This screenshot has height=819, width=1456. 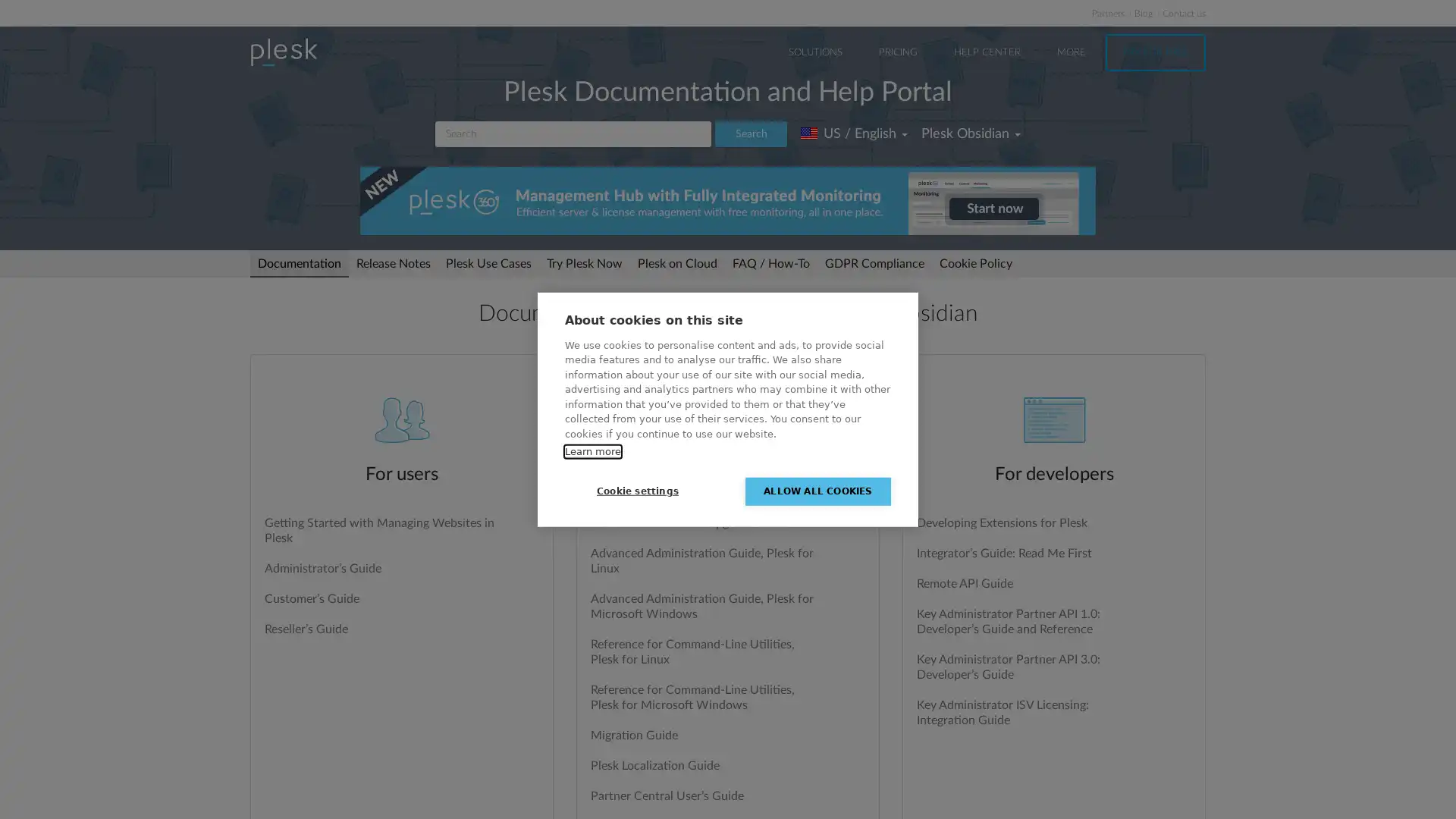 What do you see at coordinates (817, 491) in the screenshot?
I see `ALLOW ALL COOKIES` at bounding box center [817, 491].